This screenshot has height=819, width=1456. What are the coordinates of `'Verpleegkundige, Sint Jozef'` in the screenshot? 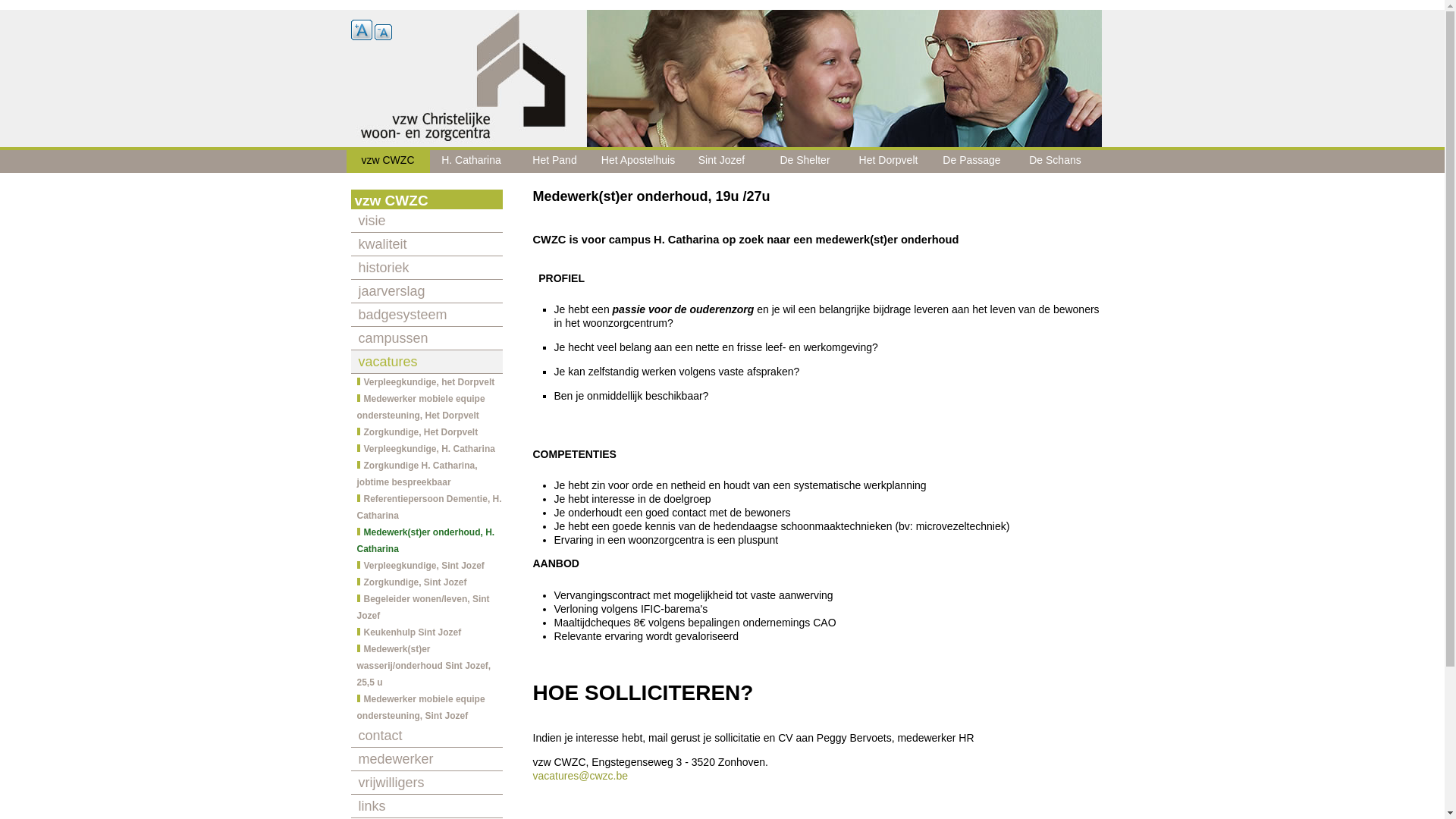 It's located at (425, 565).